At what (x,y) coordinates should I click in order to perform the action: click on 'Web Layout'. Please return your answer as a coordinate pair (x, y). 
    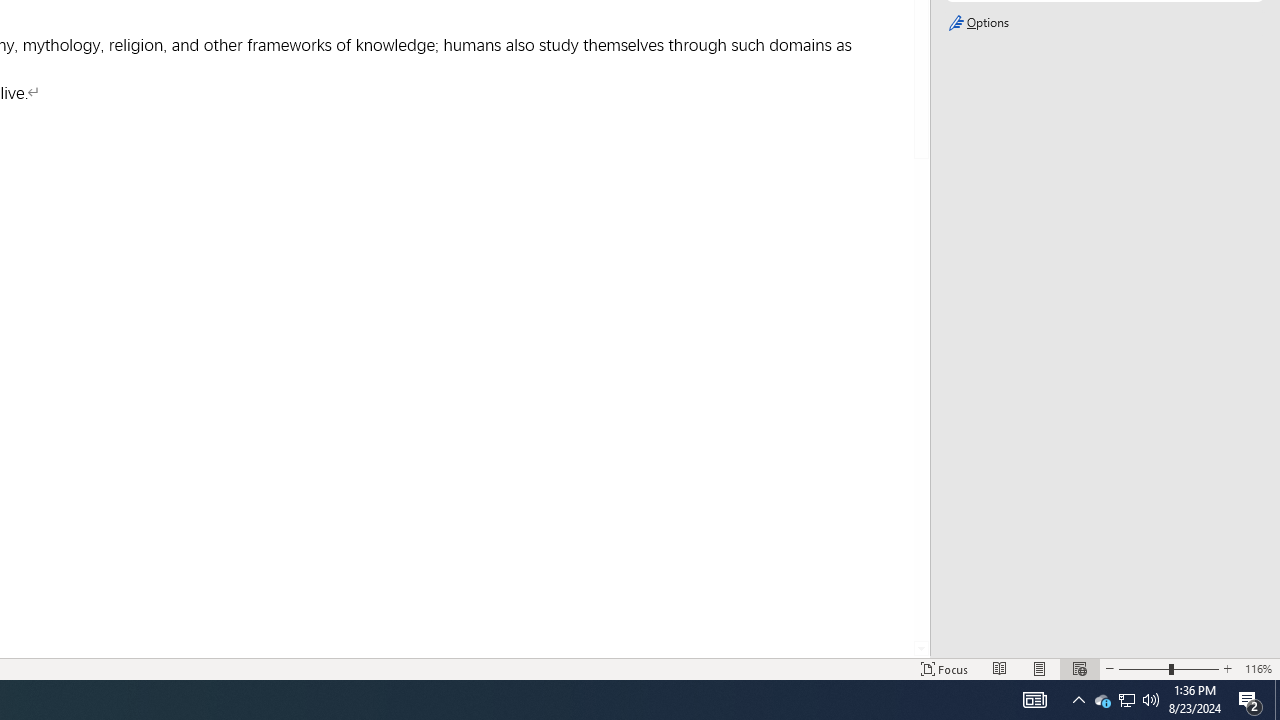
    Looking at the image, I should click on (1078, 669).